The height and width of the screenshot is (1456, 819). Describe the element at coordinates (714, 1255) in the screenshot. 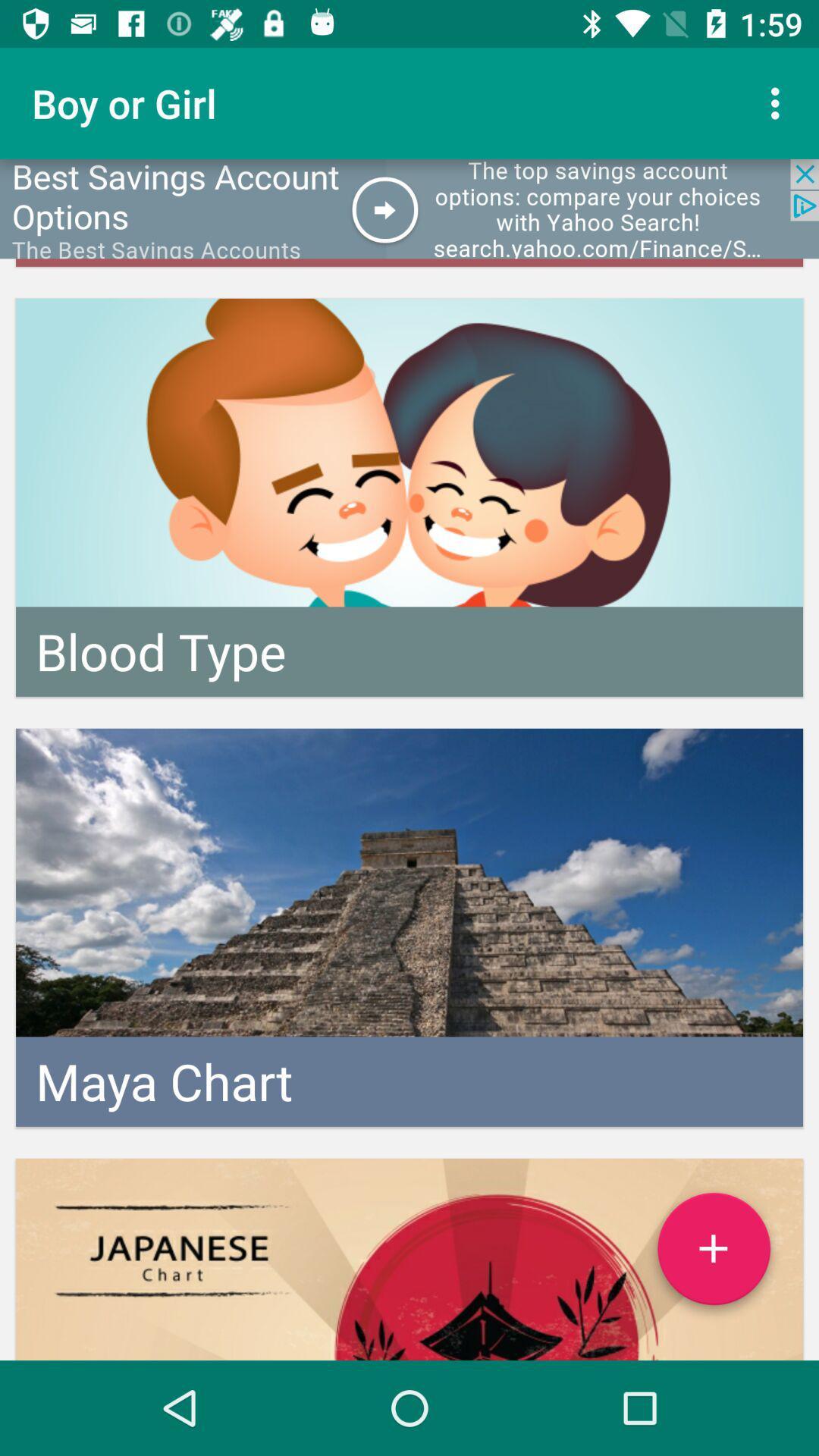

I see `the button at the top right bottom of the page` at that location.